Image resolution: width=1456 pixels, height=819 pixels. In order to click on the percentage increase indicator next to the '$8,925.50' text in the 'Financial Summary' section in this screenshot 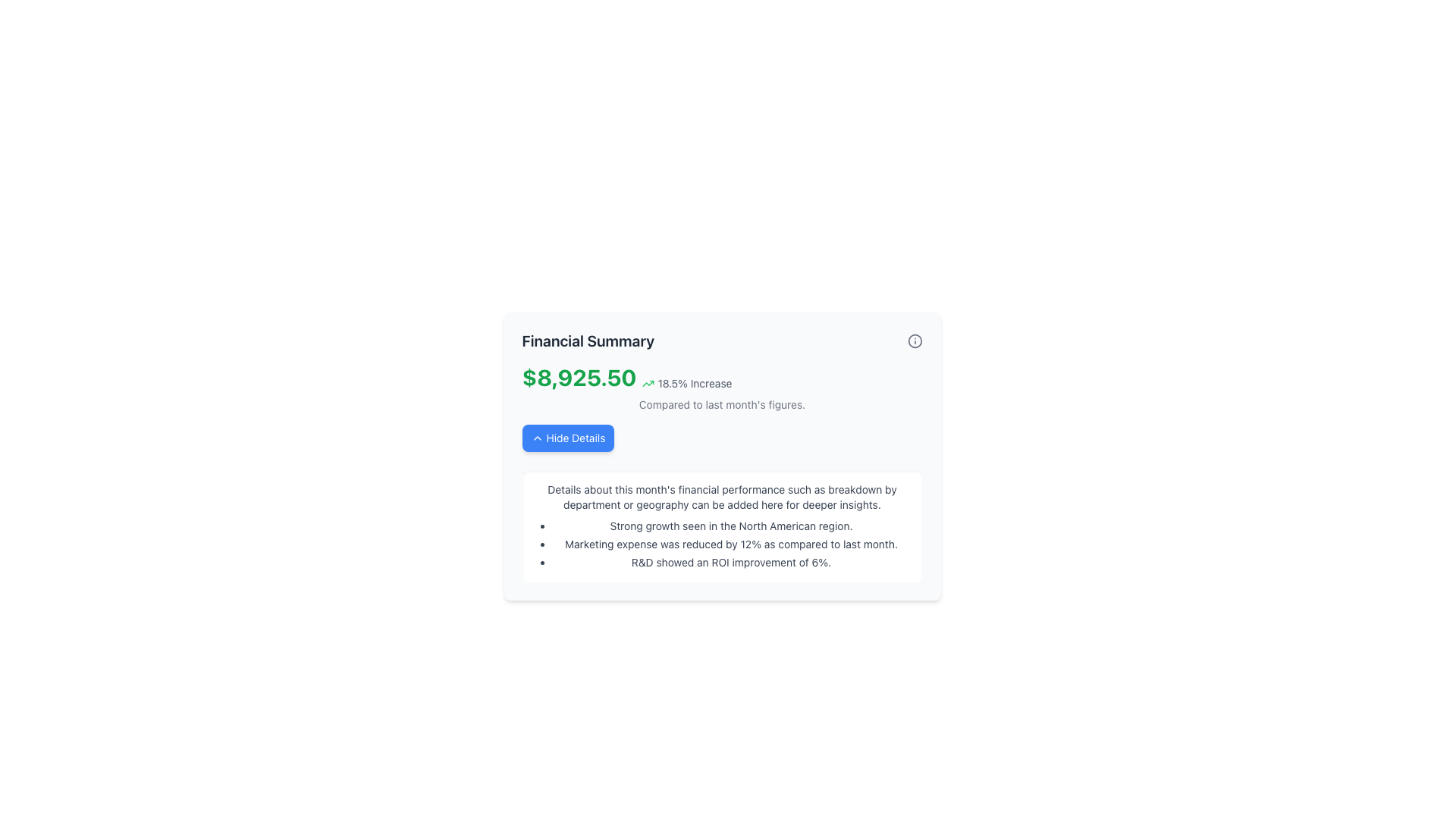, I will do `click(686, 382)`.